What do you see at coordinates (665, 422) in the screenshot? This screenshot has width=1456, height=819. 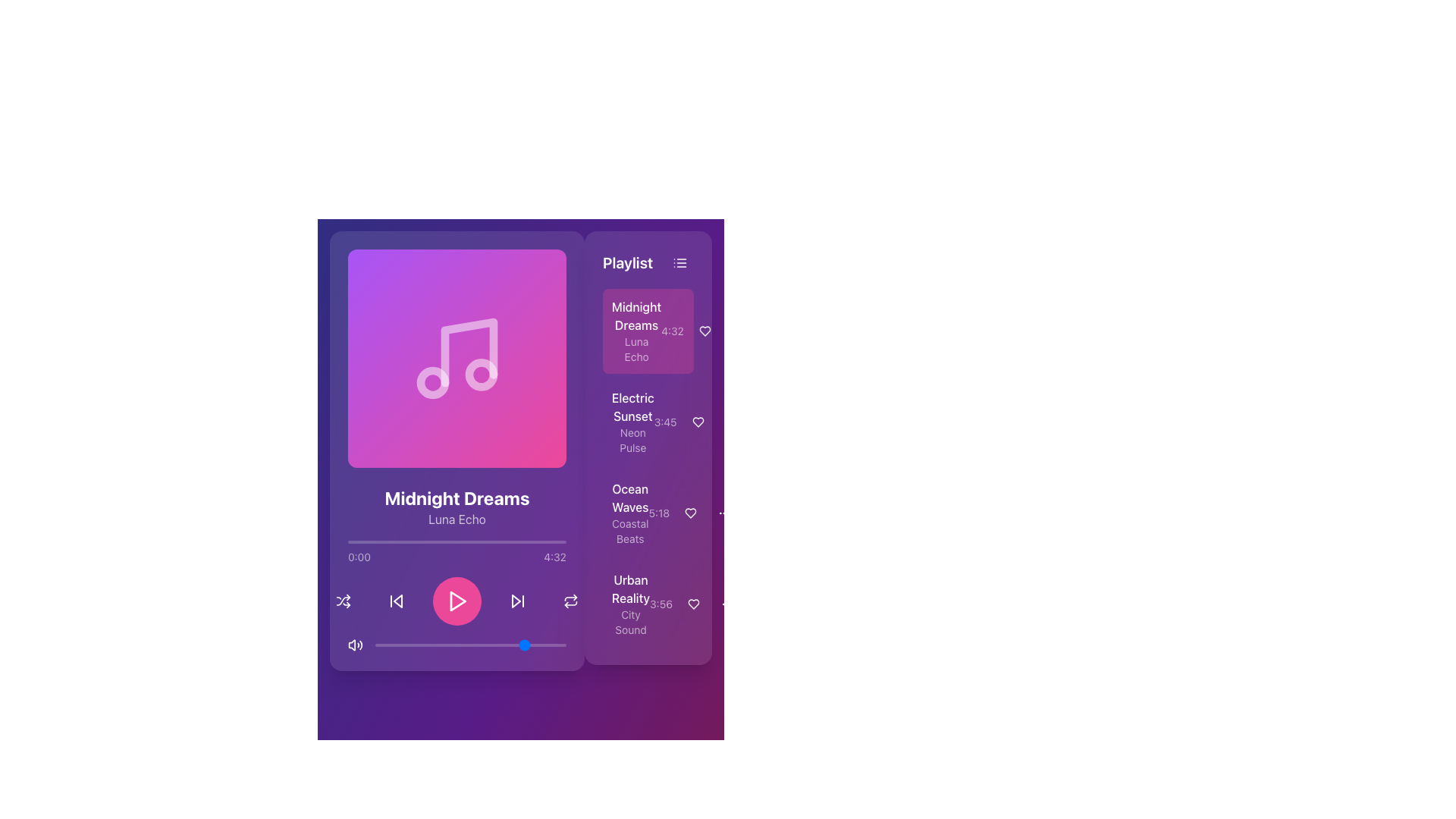 I see `the static text element displaying the duration of the track 'Electric Sunset', located in the top-right corner of the 'Playlist' section` at bounding box center [665, 422].